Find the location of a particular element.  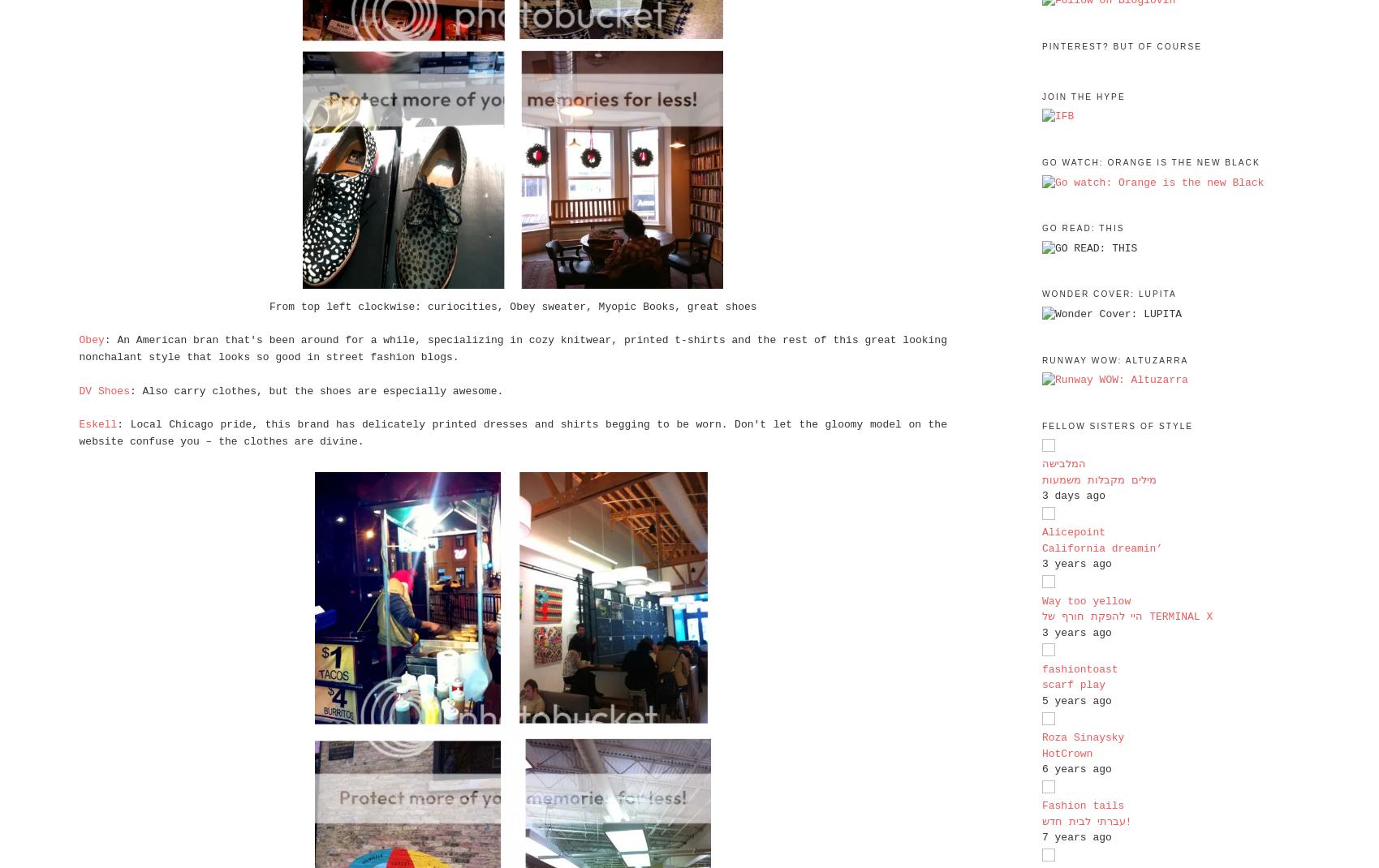

'GO READ: THIS' is located at coordinates (1083, 228).